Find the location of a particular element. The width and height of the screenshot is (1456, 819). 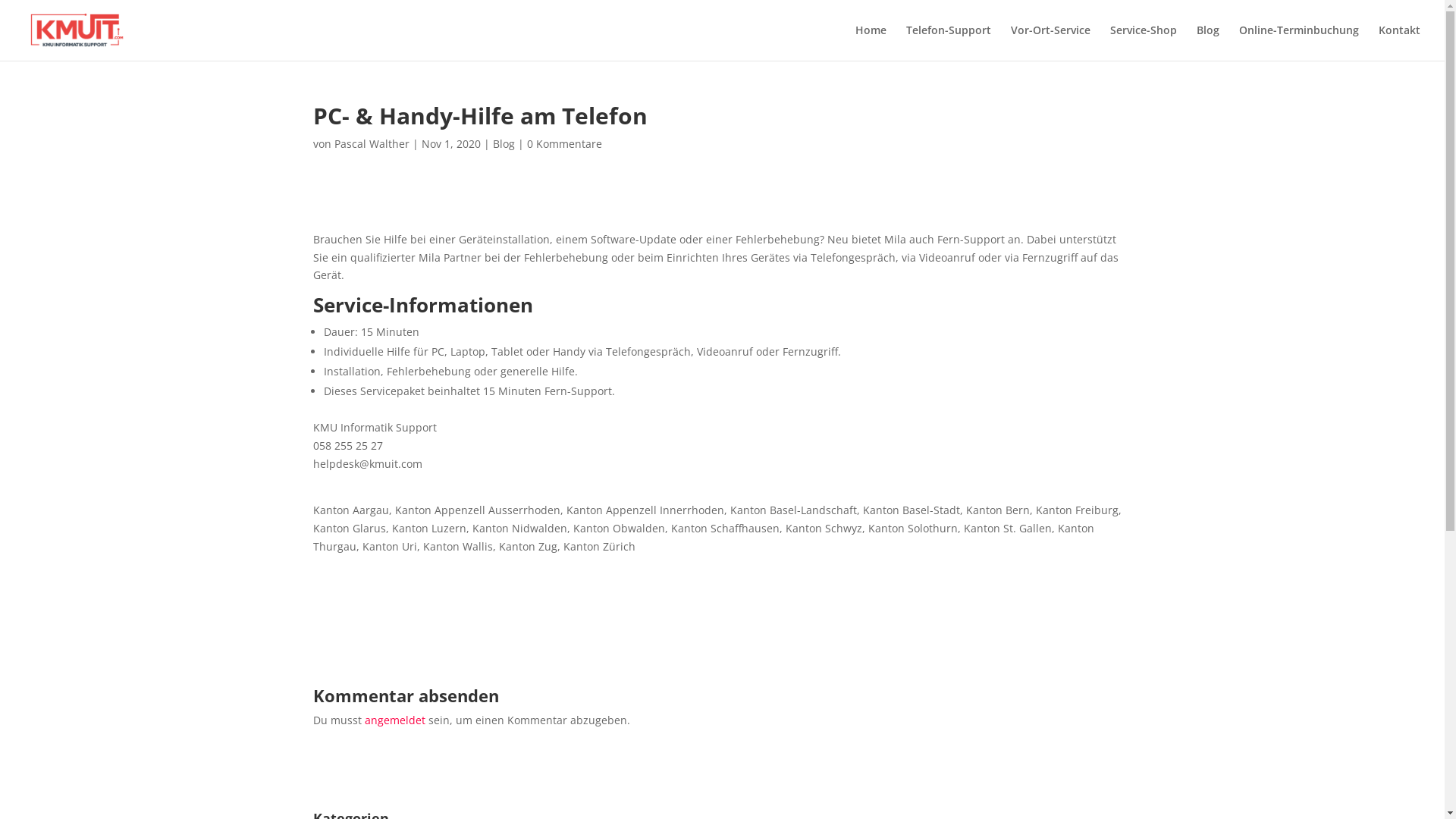

'Kontakt' is located at coordinates (1379, 42).